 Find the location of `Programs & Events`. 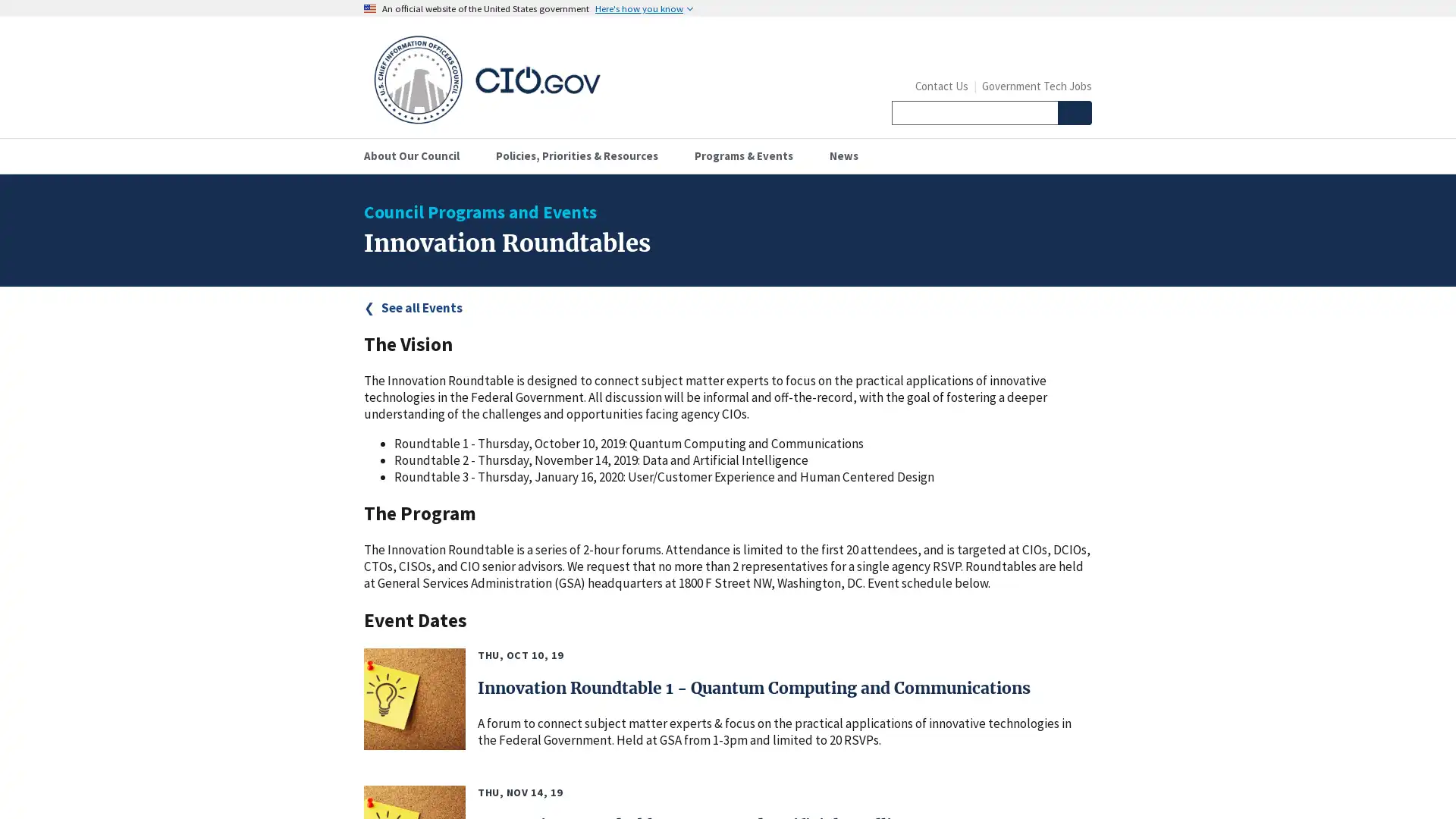

Programs & Events is located at coordinates (749, 155).